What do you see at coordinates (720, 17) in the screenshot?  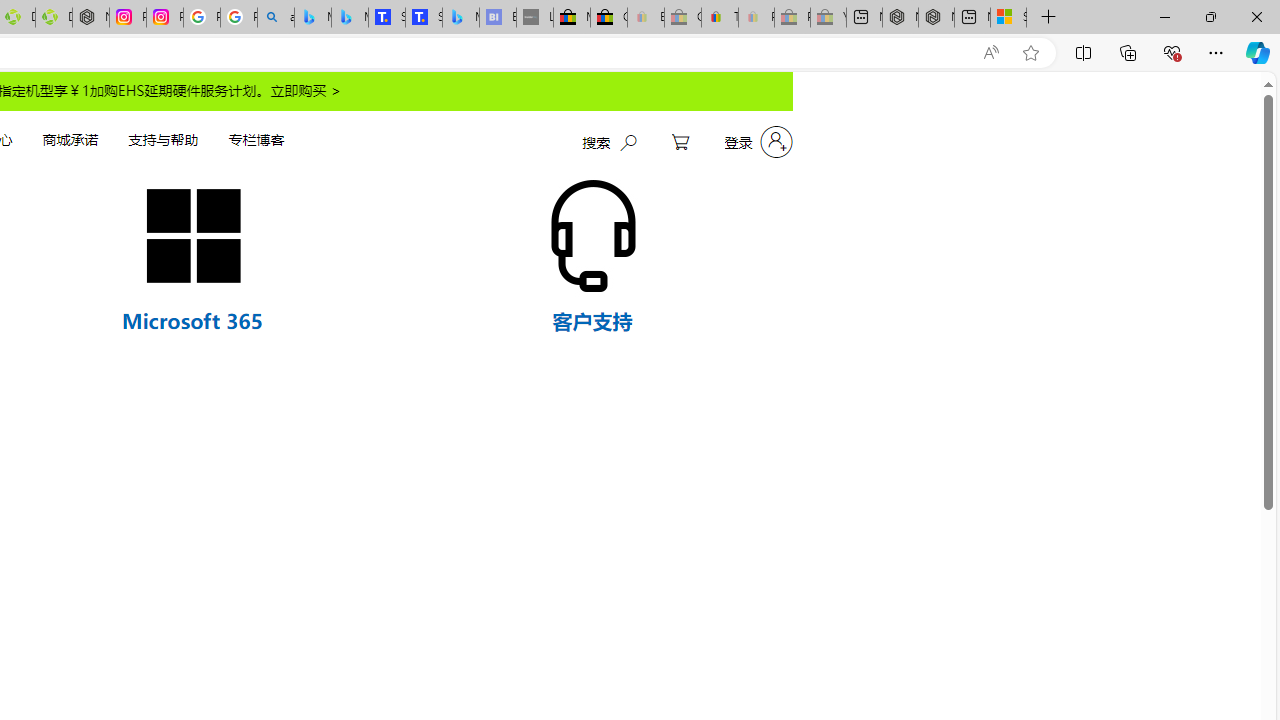 I see `'Threats and offensive language policy | eBay'` at bounding box center [720, 17].